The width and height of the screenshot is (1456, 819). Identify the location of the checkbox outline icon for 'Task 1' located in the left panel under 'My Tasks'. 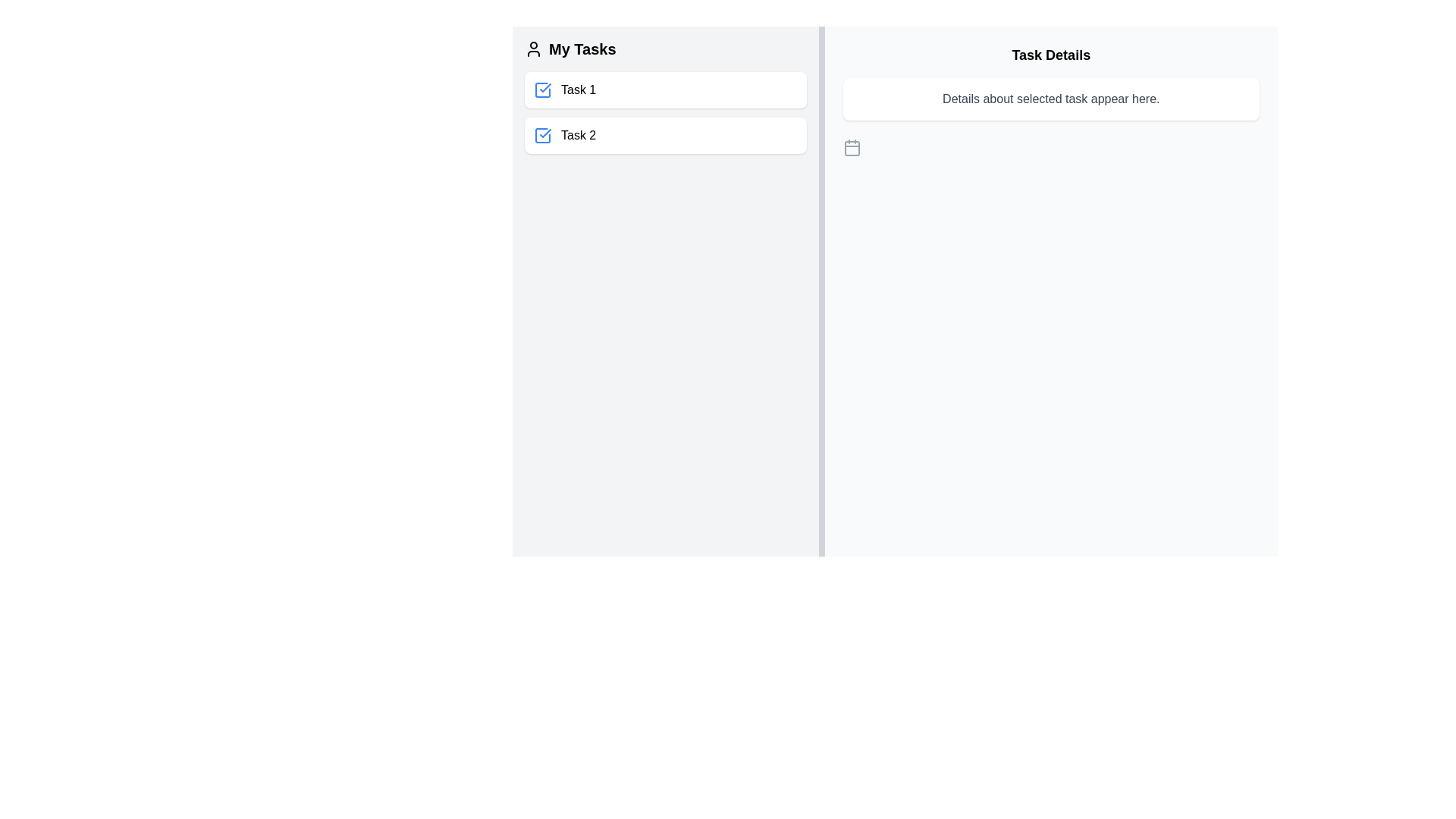
(542, 90).